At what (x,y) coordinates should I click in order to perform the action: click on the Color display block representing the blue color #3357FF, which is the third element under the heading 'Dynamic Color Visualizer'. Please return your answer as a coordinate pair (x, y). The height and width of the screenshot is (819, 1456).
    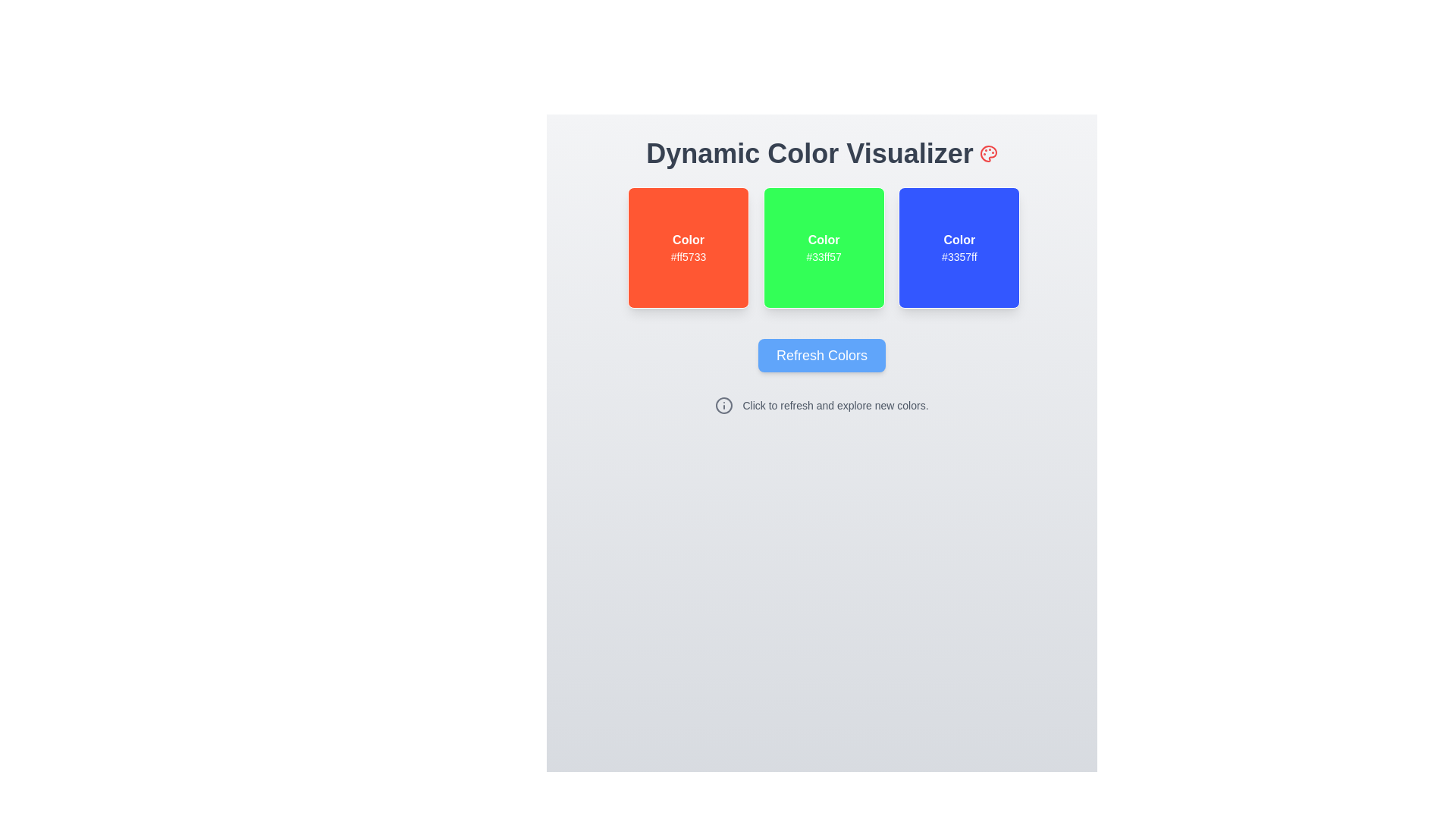
    Looking at the image, I should click on (959, 247).